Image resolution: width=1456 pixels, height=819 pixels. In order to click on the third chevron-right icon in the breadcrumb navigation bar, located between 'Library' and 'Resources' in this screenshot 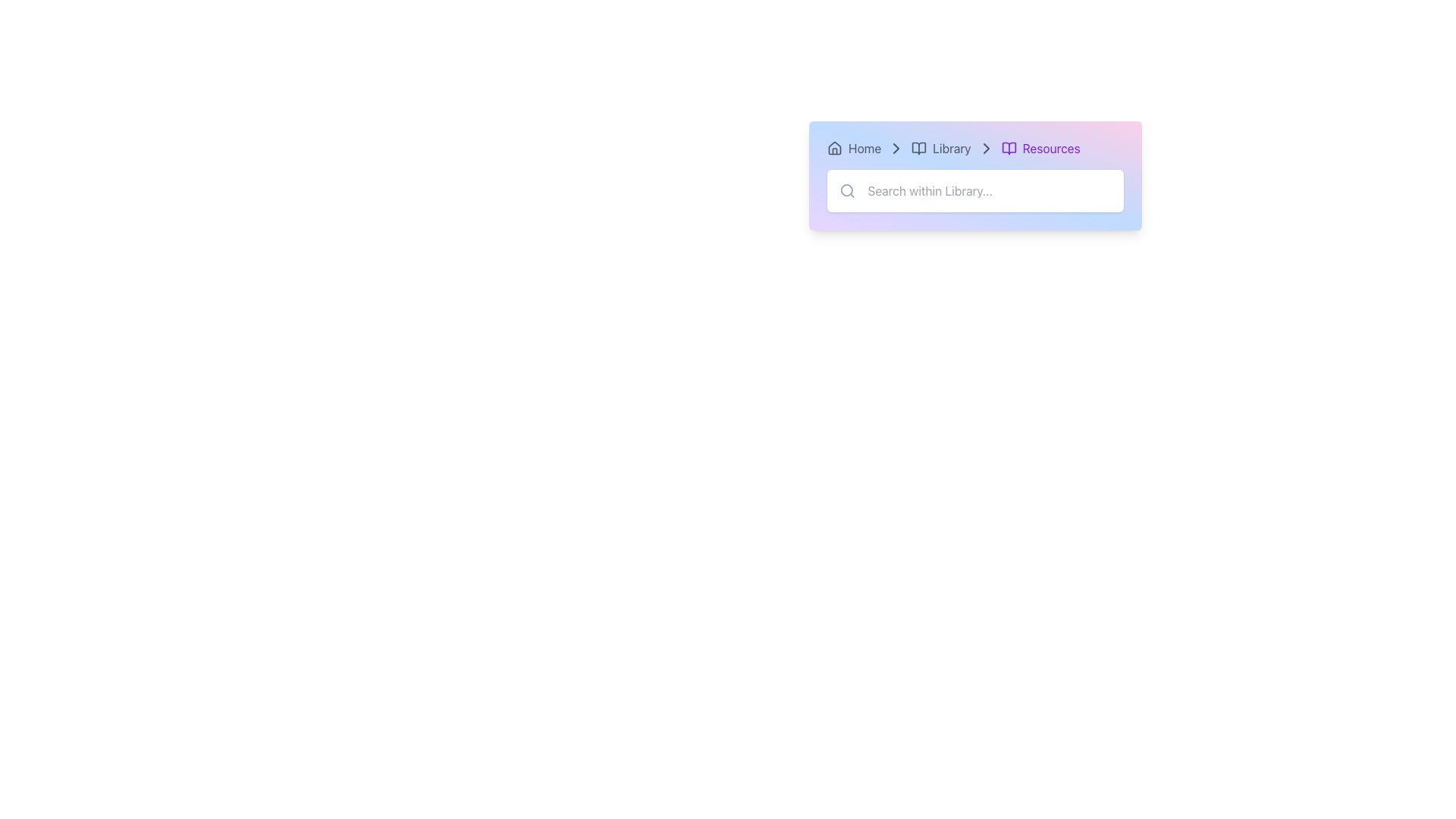, I will do `click(986, 149)`.